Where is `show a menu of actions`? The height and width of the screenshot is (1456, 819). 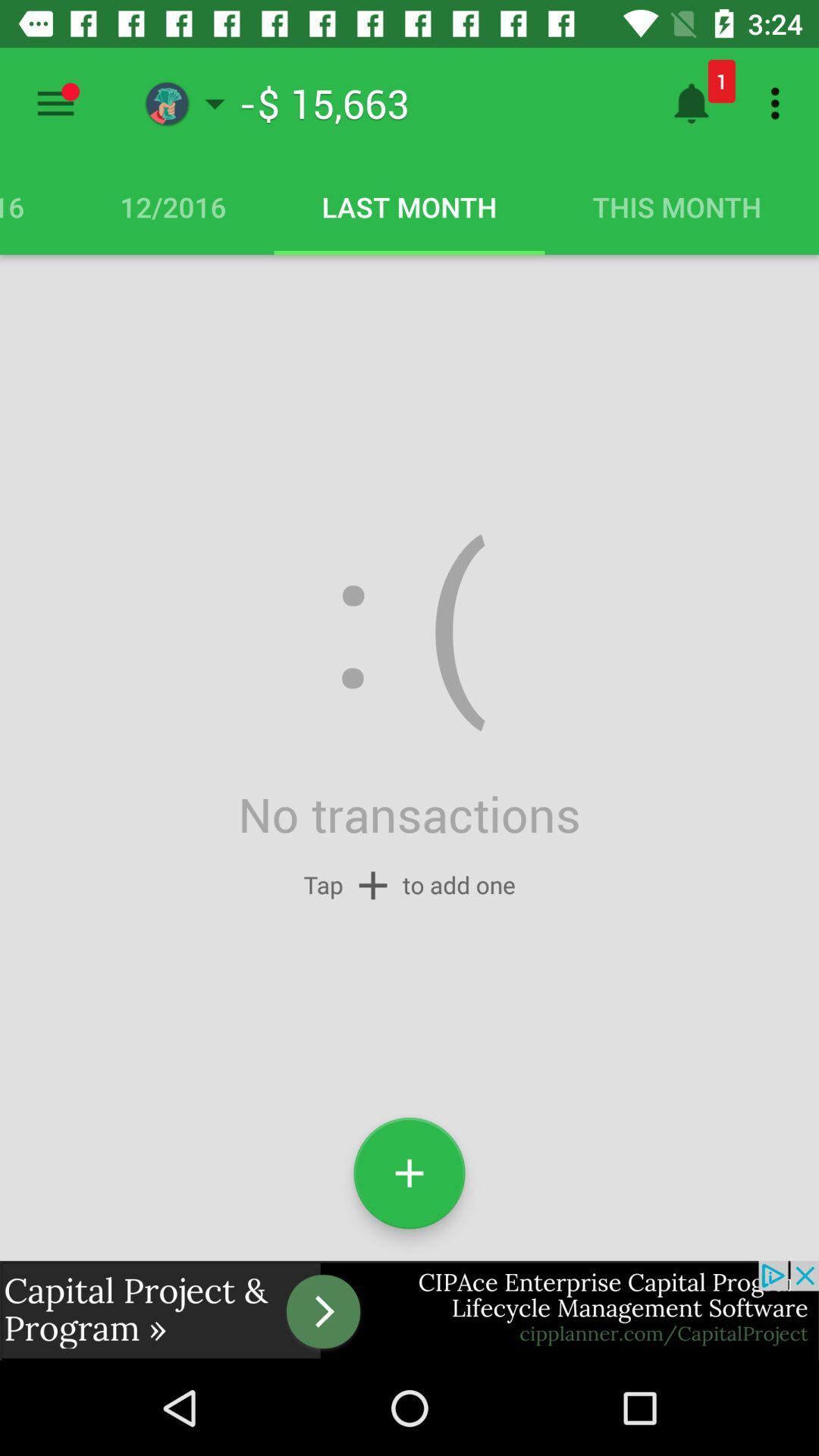 show a menu of actions is located at coordinates (55, 102).